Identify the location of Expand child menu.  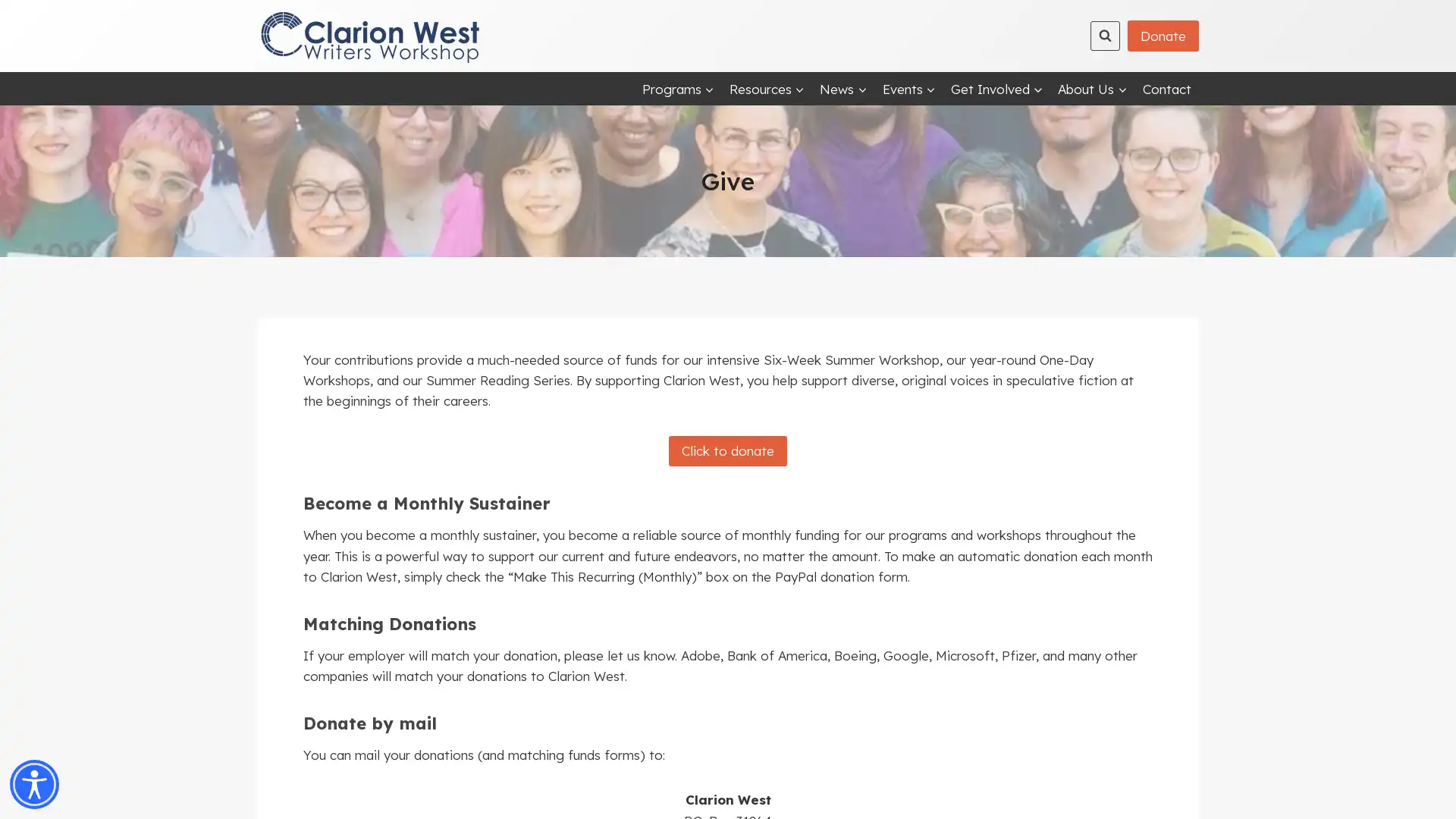
(908, 88).